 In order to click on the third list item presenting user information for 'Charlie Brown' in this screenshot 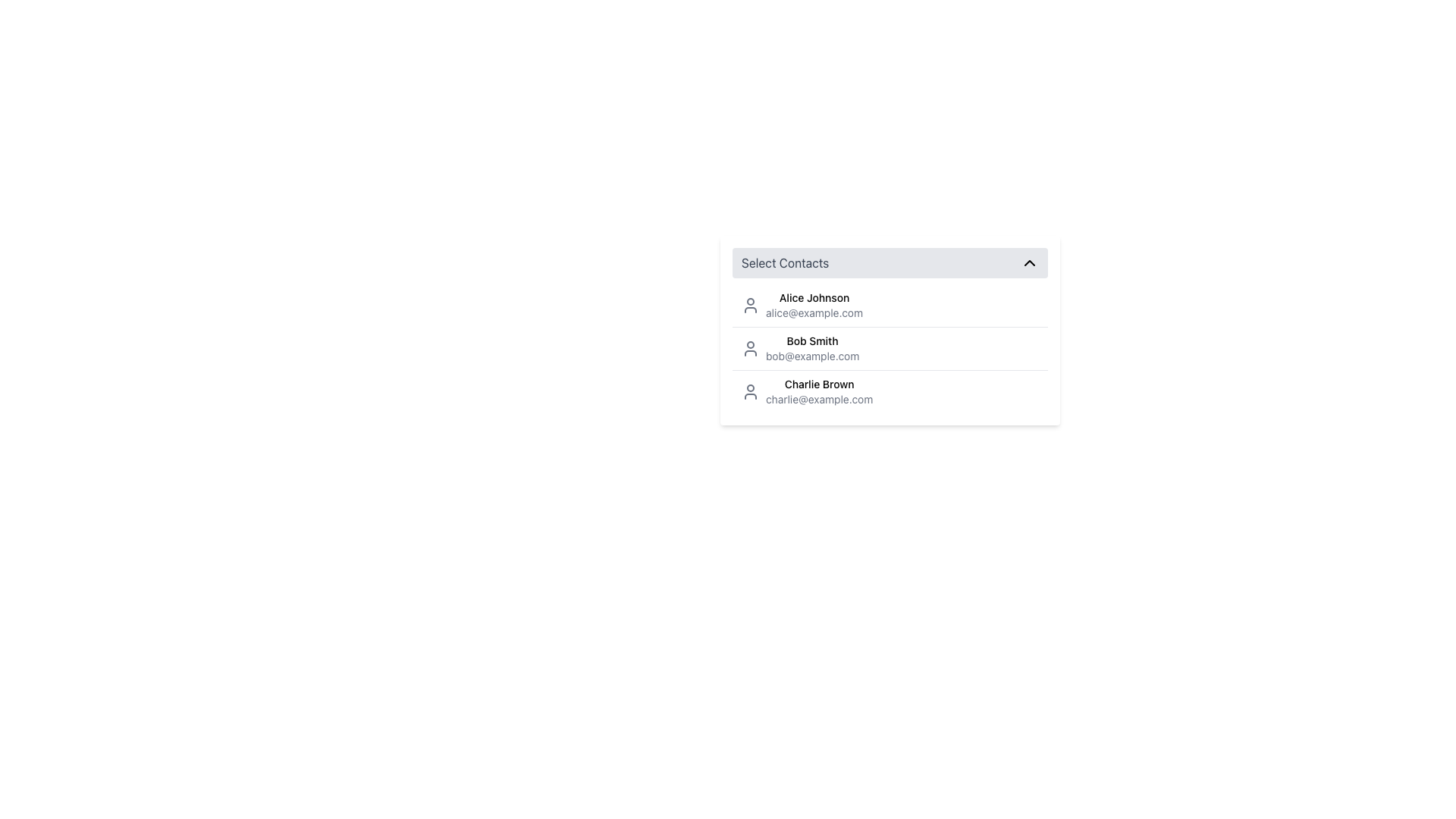, I will do `click(806, 391)`.